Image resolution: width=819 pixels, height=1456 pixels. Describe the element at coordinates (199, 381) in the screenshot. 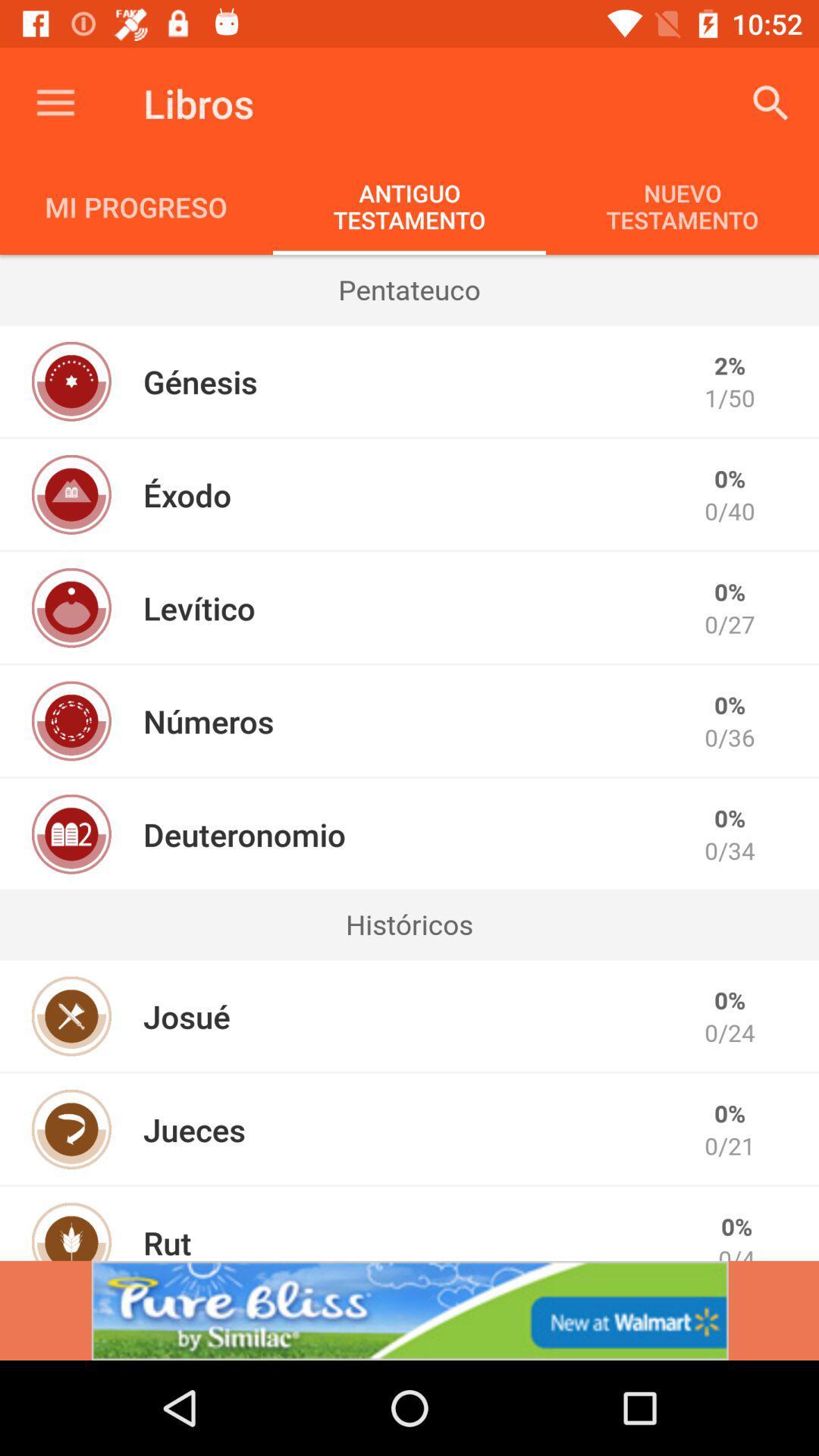

I see `the item to the left of the 1/50` at that location.